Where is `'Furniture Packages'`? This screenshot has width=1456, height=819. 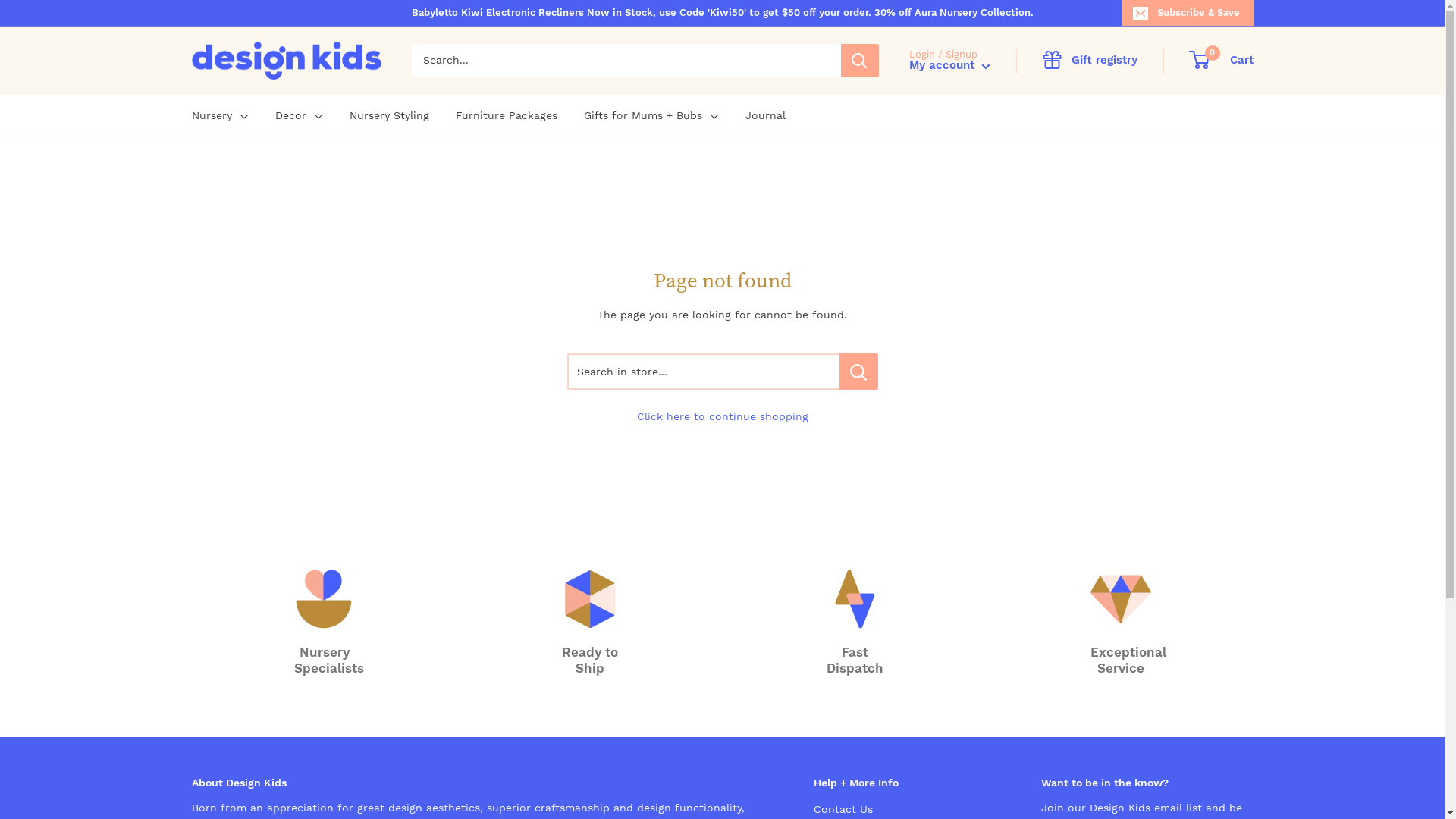
'Furniture Packages' is located at coordinates (506, 115).